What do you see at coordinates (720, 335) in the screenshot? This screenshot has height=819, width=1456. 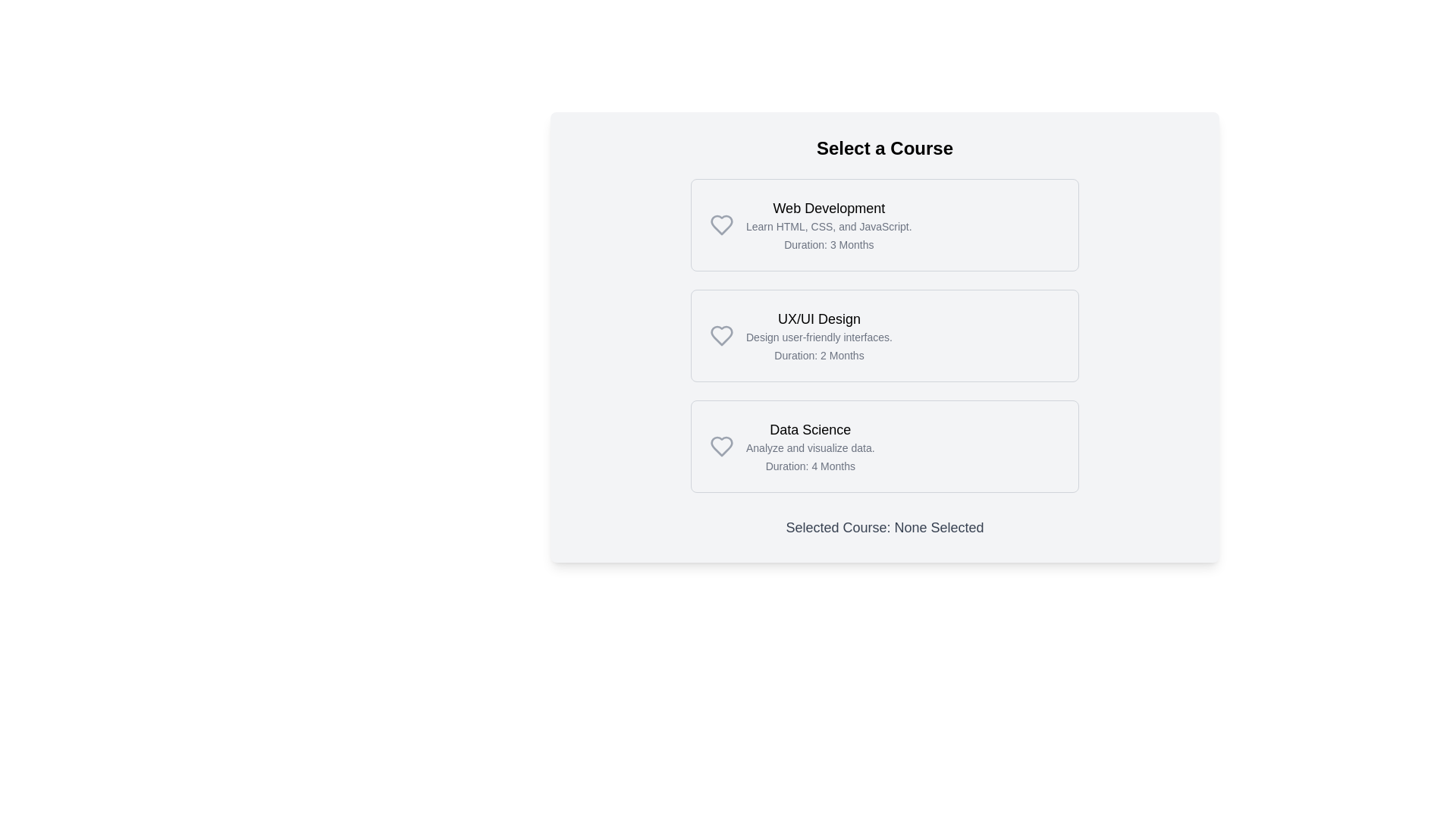 I see `the heart icon that signifies 'like' or 'favorite' status for the 'UX/UI Design' course, located in the second box of the course listing` at bounding box center [720, 335].